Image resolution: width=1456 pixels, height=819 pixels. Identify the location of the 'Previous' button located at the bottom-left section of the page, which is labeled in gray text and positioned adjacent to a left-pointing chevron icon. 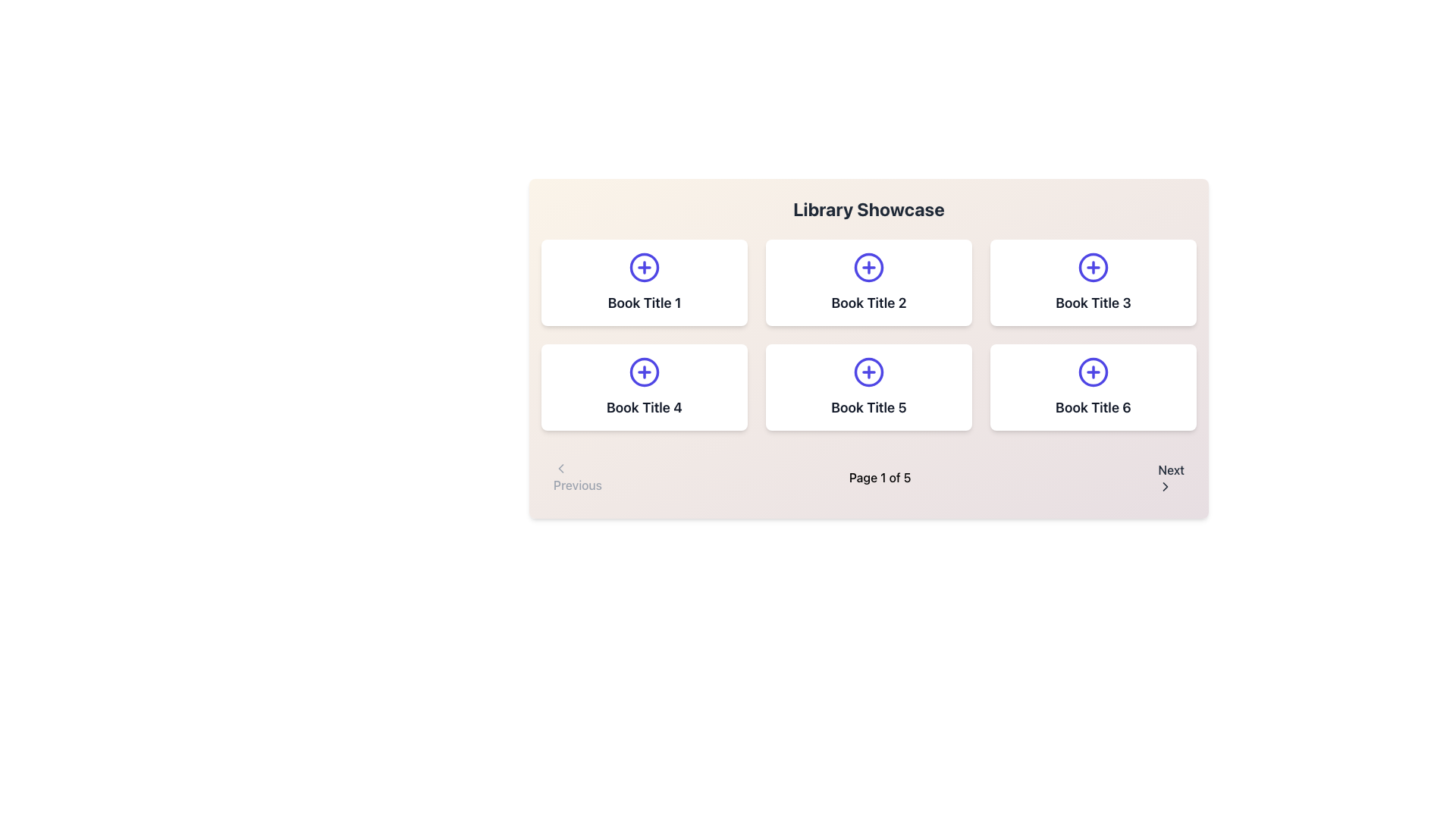
(577, 476).